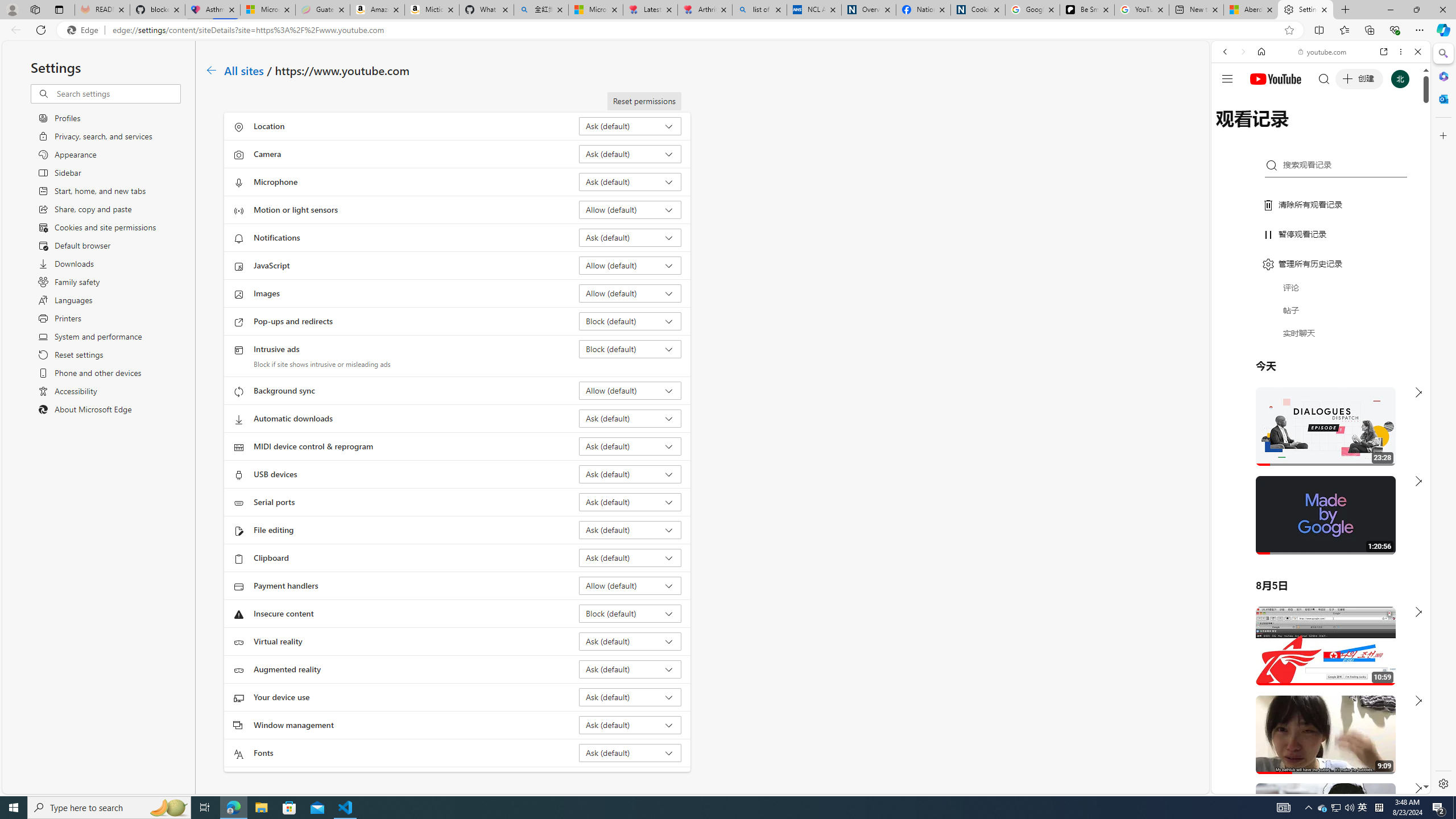  What do you see at coordinates (630, 753) in the screenshot?
I see `'Fonts Ask (default)'` at bounding box center [630, 753].